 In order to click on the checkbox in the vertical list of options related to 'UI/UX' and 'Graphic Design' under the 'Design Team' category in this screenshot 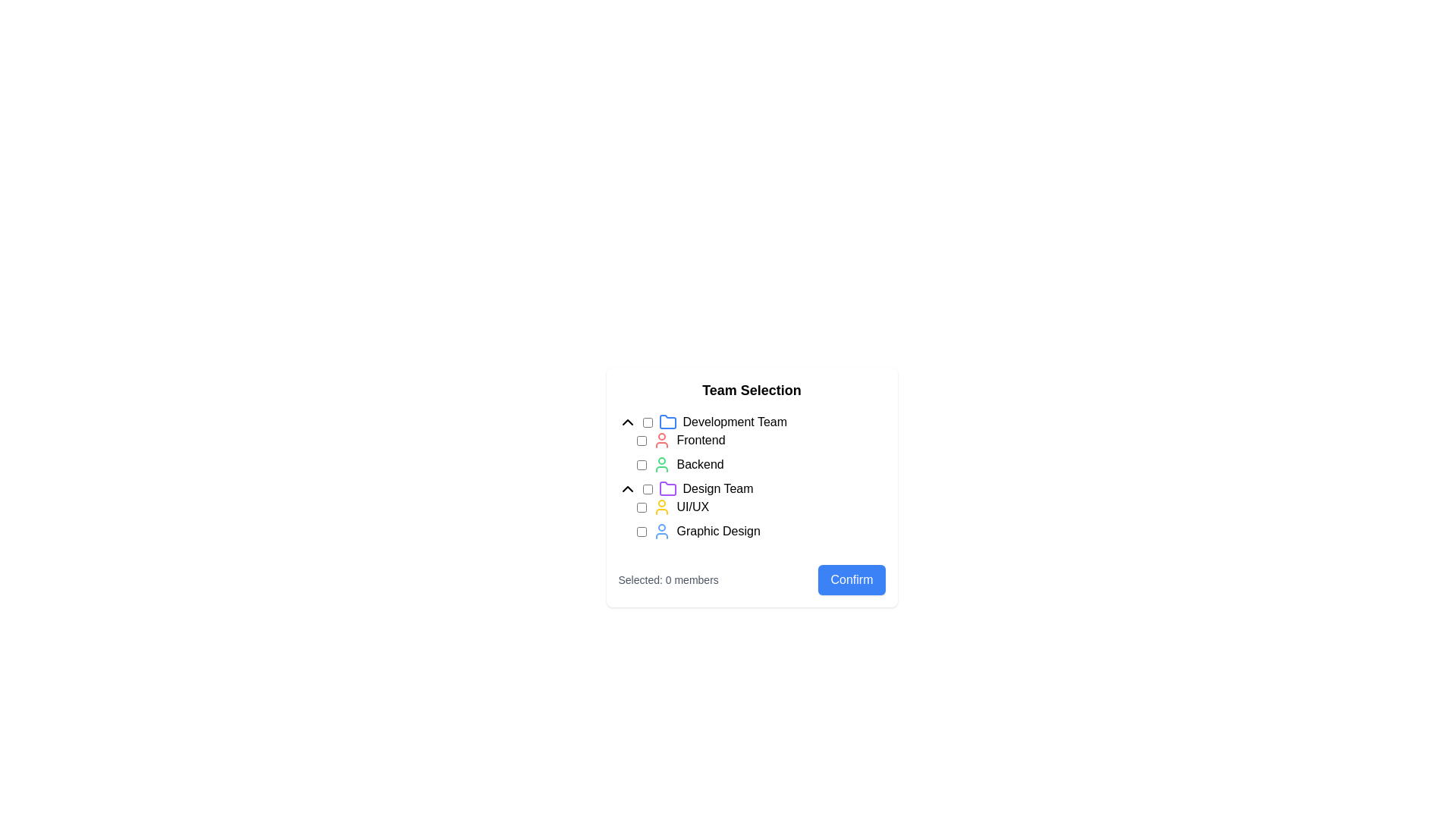, I will do `click(761, 519)`.